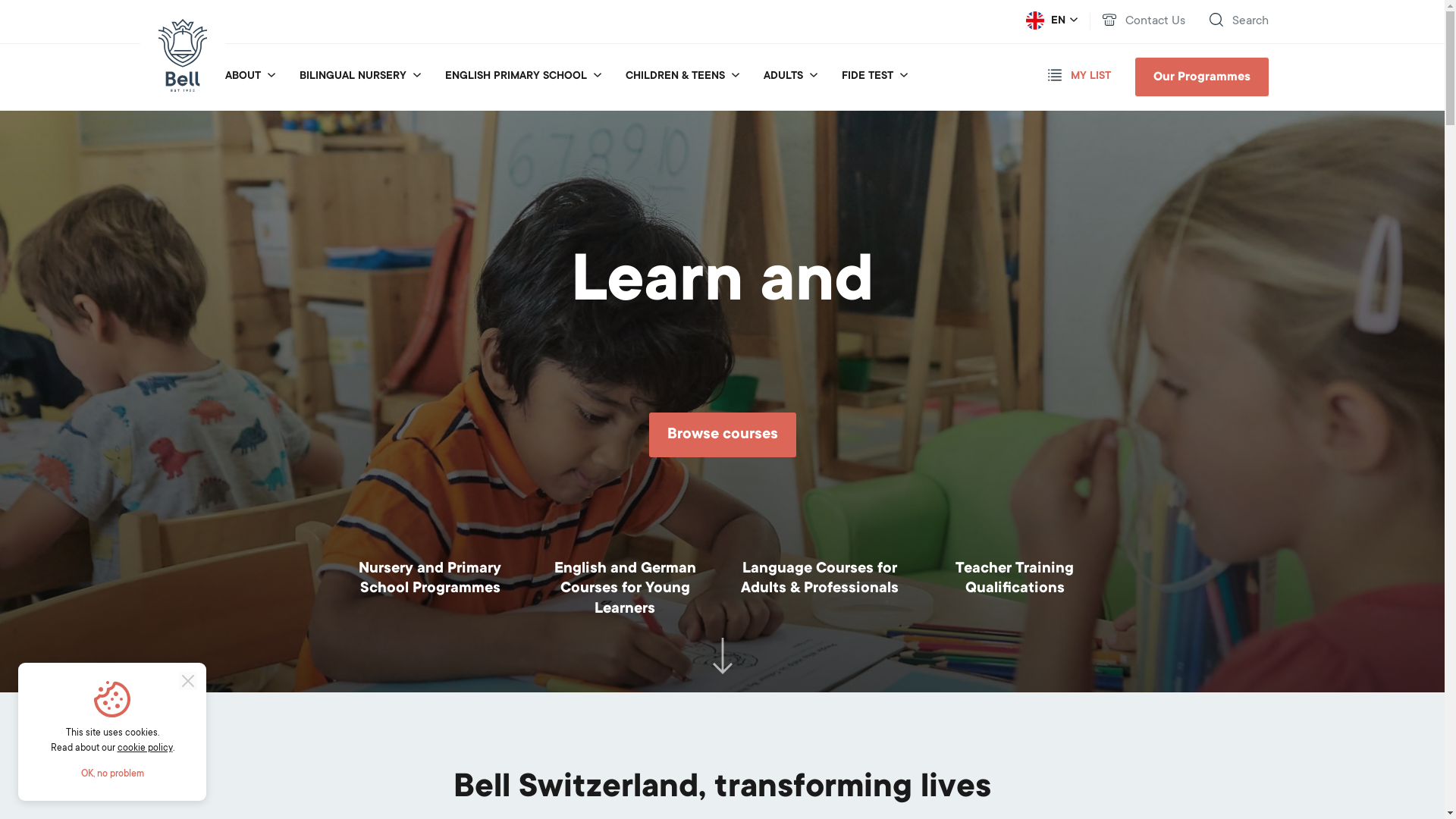  What do you see at coordinates (1200, 77) in the screenshot?
I see `'Our Programmes'` at bounding box center [1200, 77].